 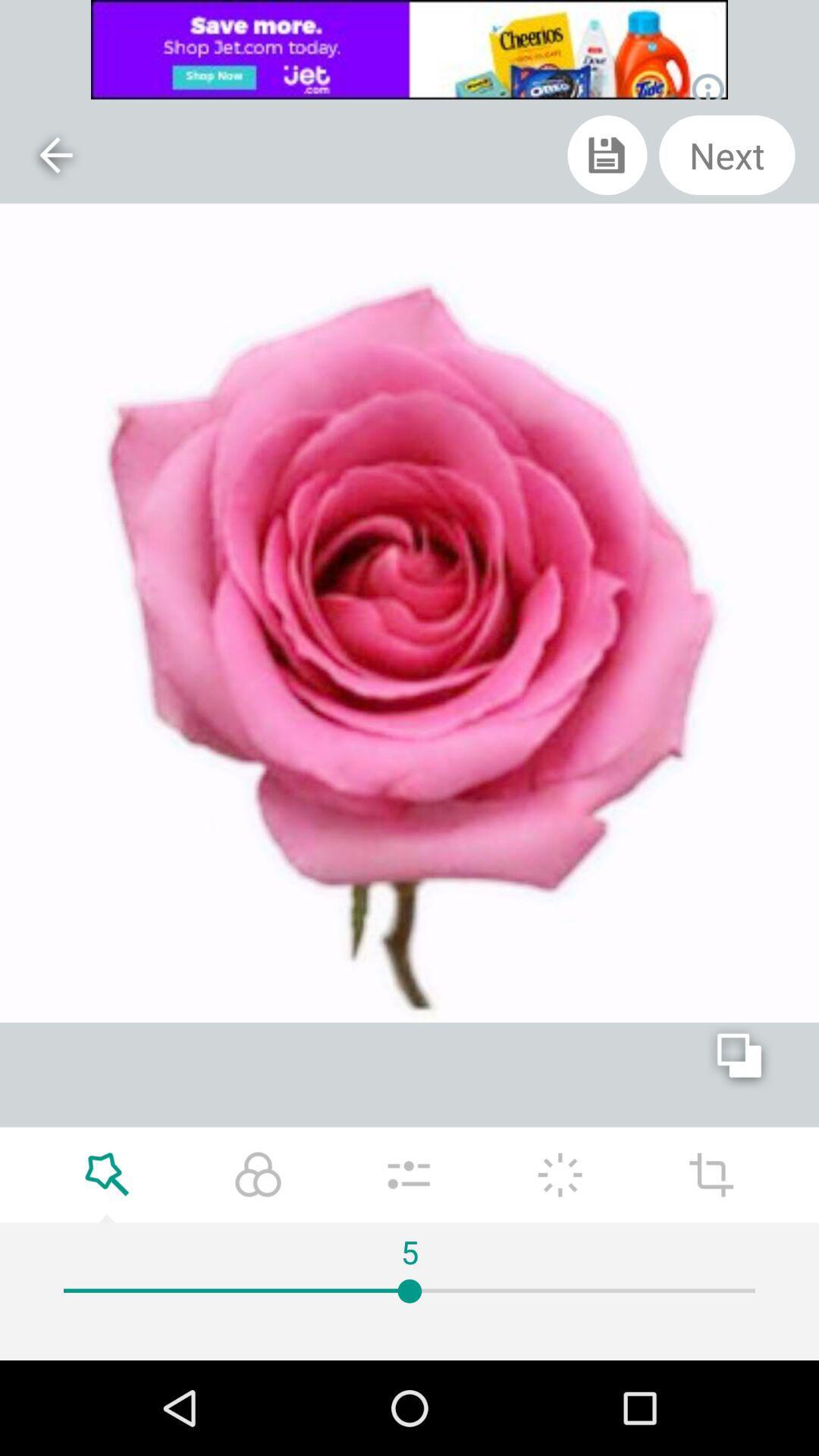 What do you see at coordinates (711, 1174) in the screenshot?
I see `the add icon` at bounding box center [711, 1174].